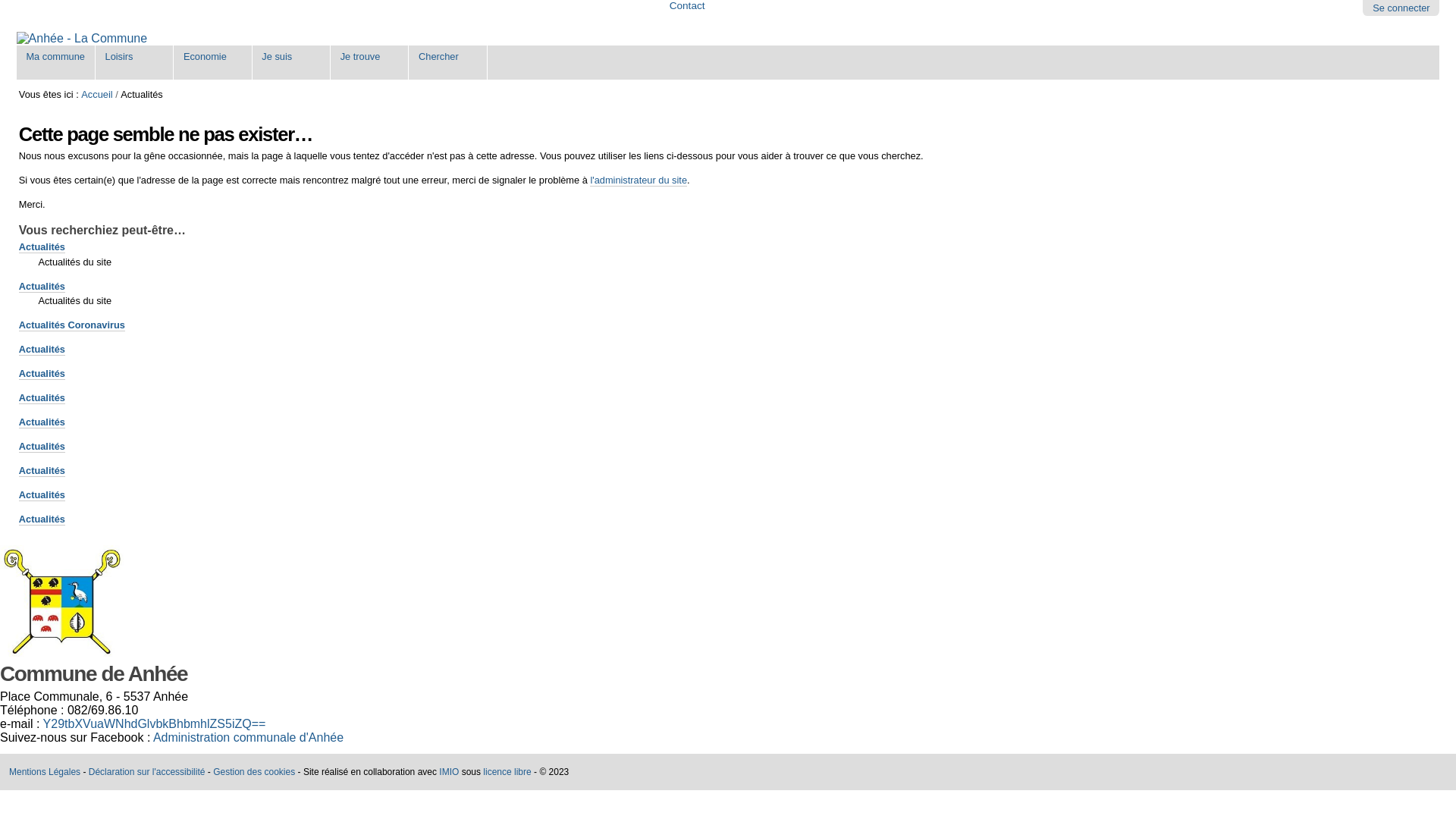  I want to click on 'Je suis', so click(291, 61).